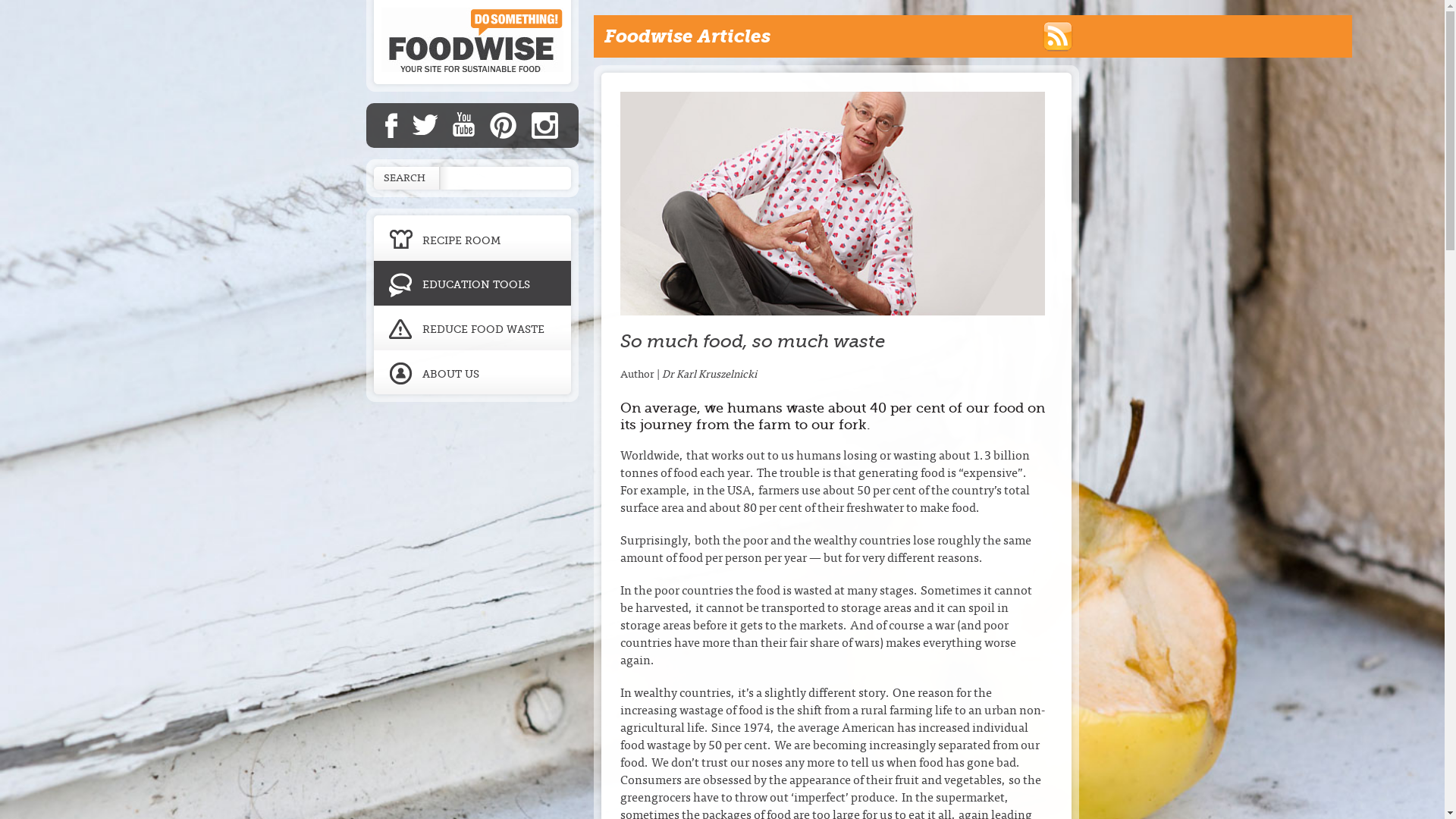 Image resolution: width=1456 pixels, height=819 pixels. What do you see at coordinates (832, 202) in the screenshot?
I see `'Dr Karl banner'` at bounding box center [832, 202].